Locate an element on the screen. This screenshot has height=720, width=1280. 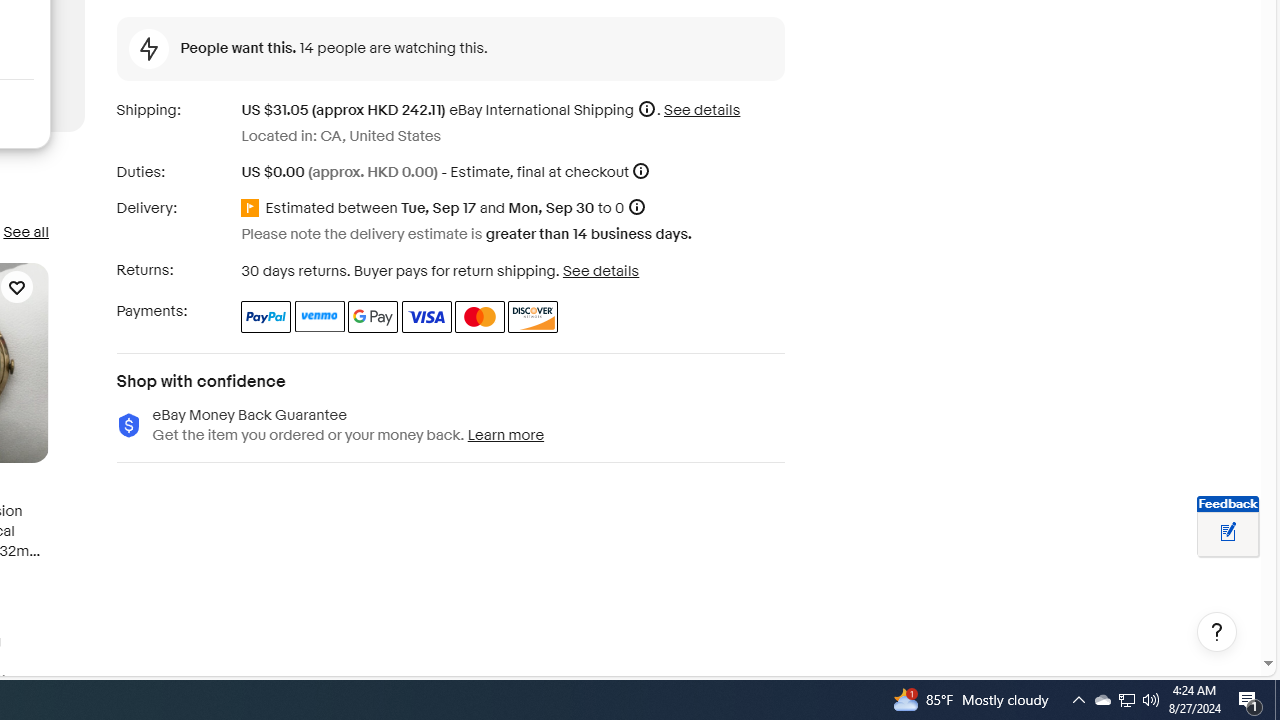
'See details - for more information about returns' is located at coordinates (599, 270).